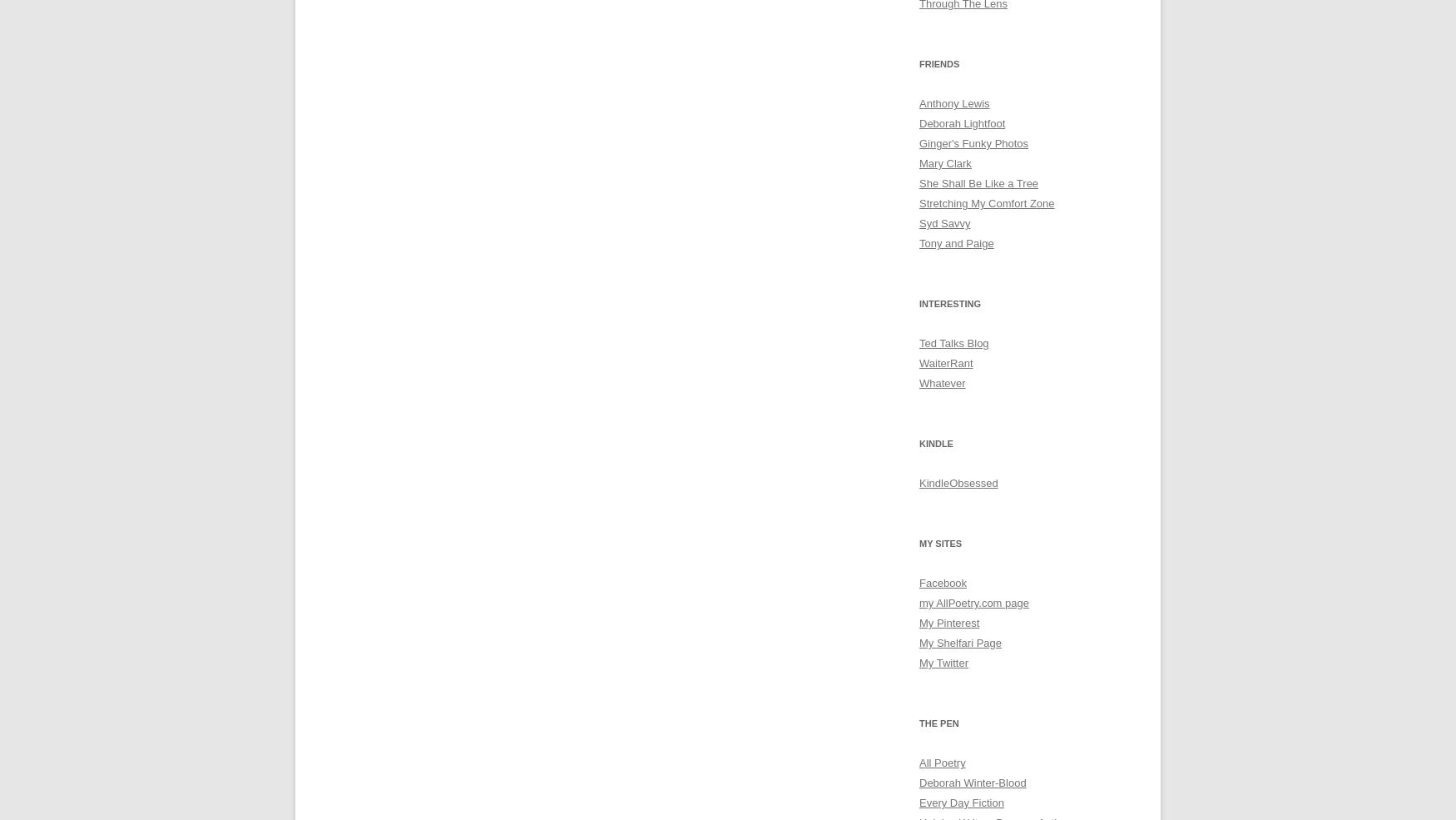 Image resolution: width=1456 pixels, height=820 pixels. Describe the element at coordinates (943, 222) in the screenshot. I see `'Syd Savvy'` at that location.